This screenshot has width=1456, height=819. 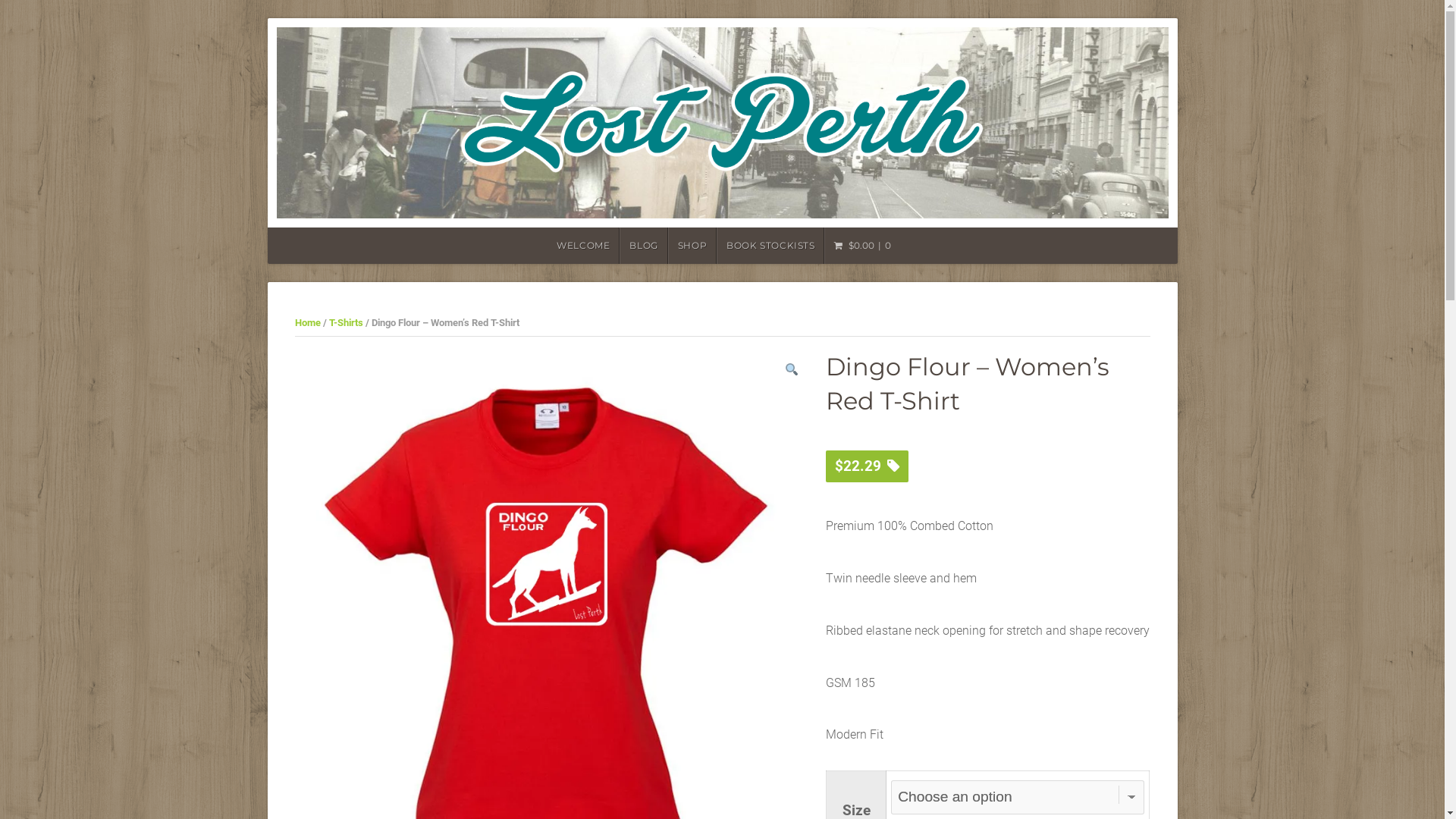 I want to click on 'BOOK STOCKISTS', so click(x=770, y=245).